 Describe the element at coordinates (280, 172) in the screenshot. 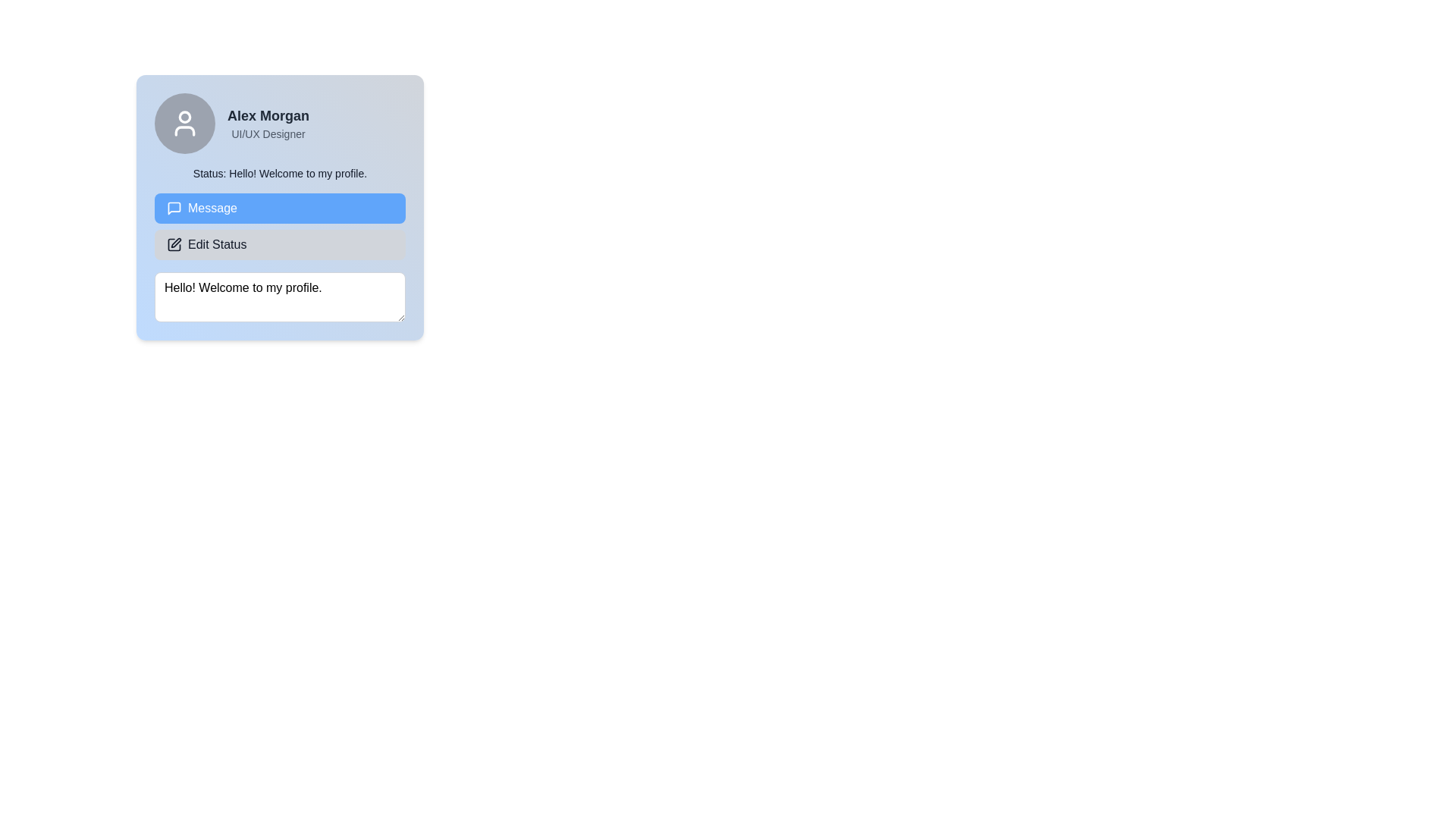

I see `the static text label displaying 'Status: Hello! Welcome to my profile.' which is centrally aligned within the profile card, located above the buttons 'Message' and 'Edit Status.'` at that location.